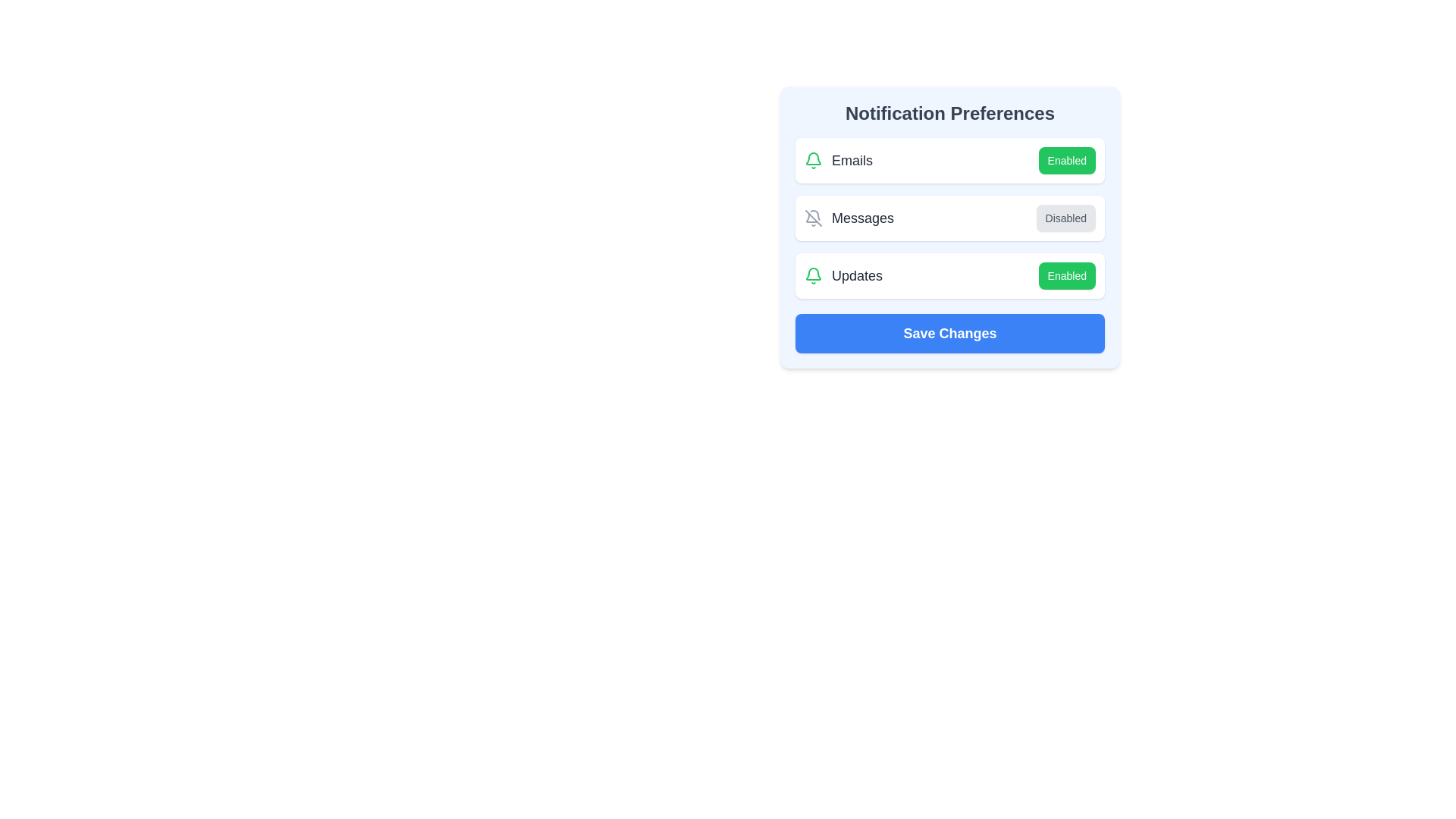 The image size is (1456, 819). I want to click on the 'Disabled' button for 'Messages' to toggle its notification preference, so click(1065, 218).